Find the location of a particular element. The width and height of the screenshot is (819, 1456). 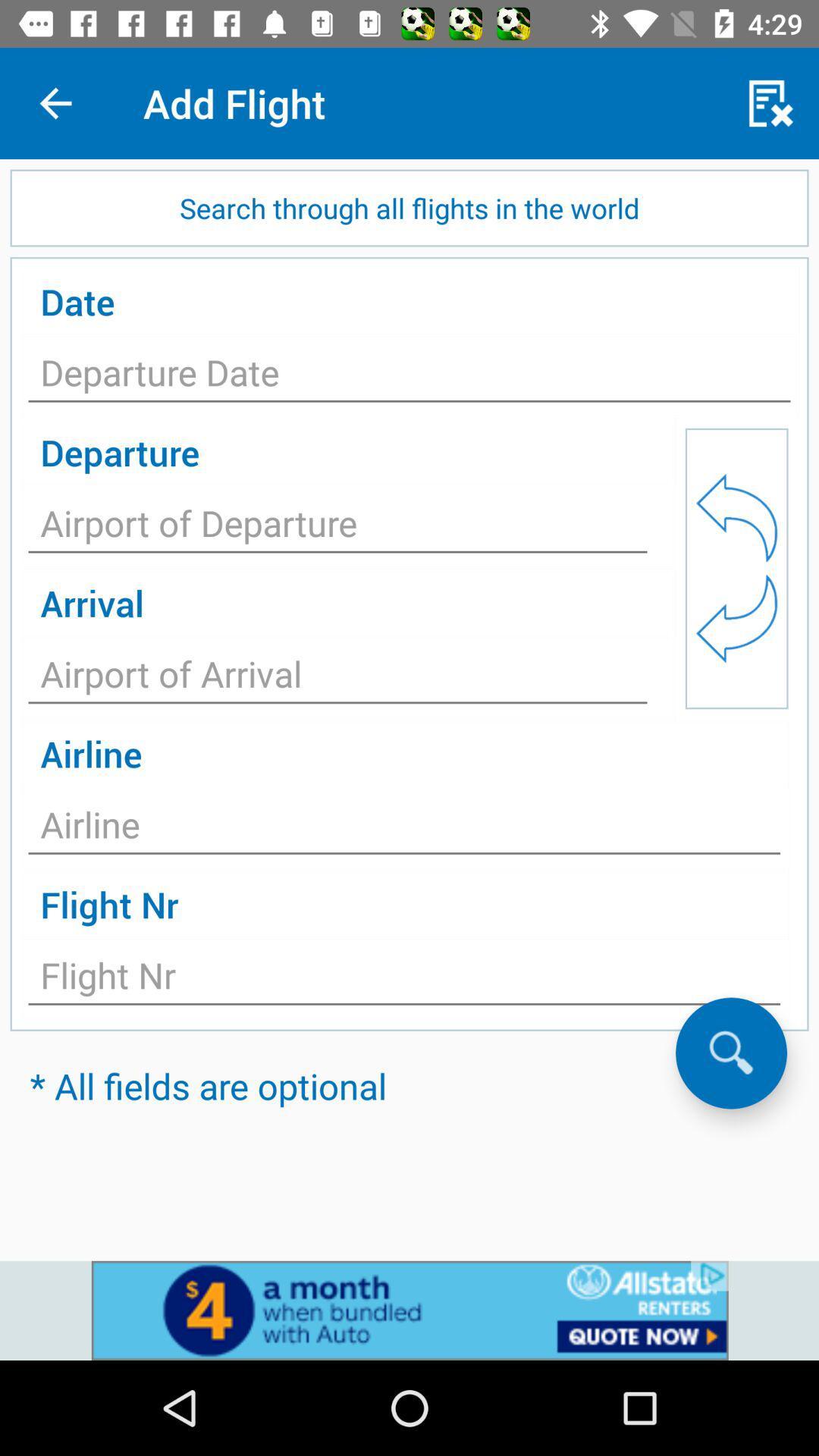

search for the flight is located at coordinates (730, 1052).